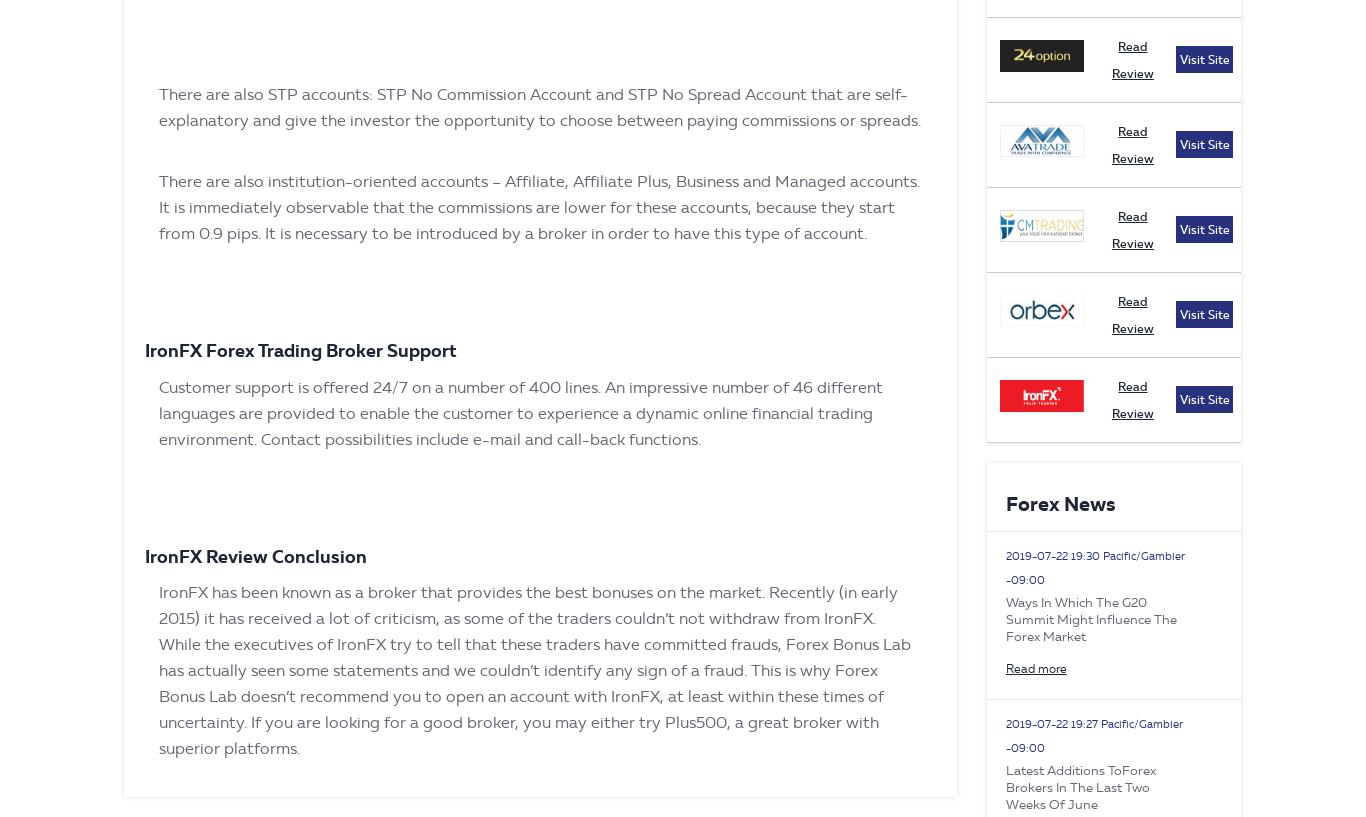 This screenshot has width=1366, height=817. I want to click on 'Read more', so click(1034, 667).